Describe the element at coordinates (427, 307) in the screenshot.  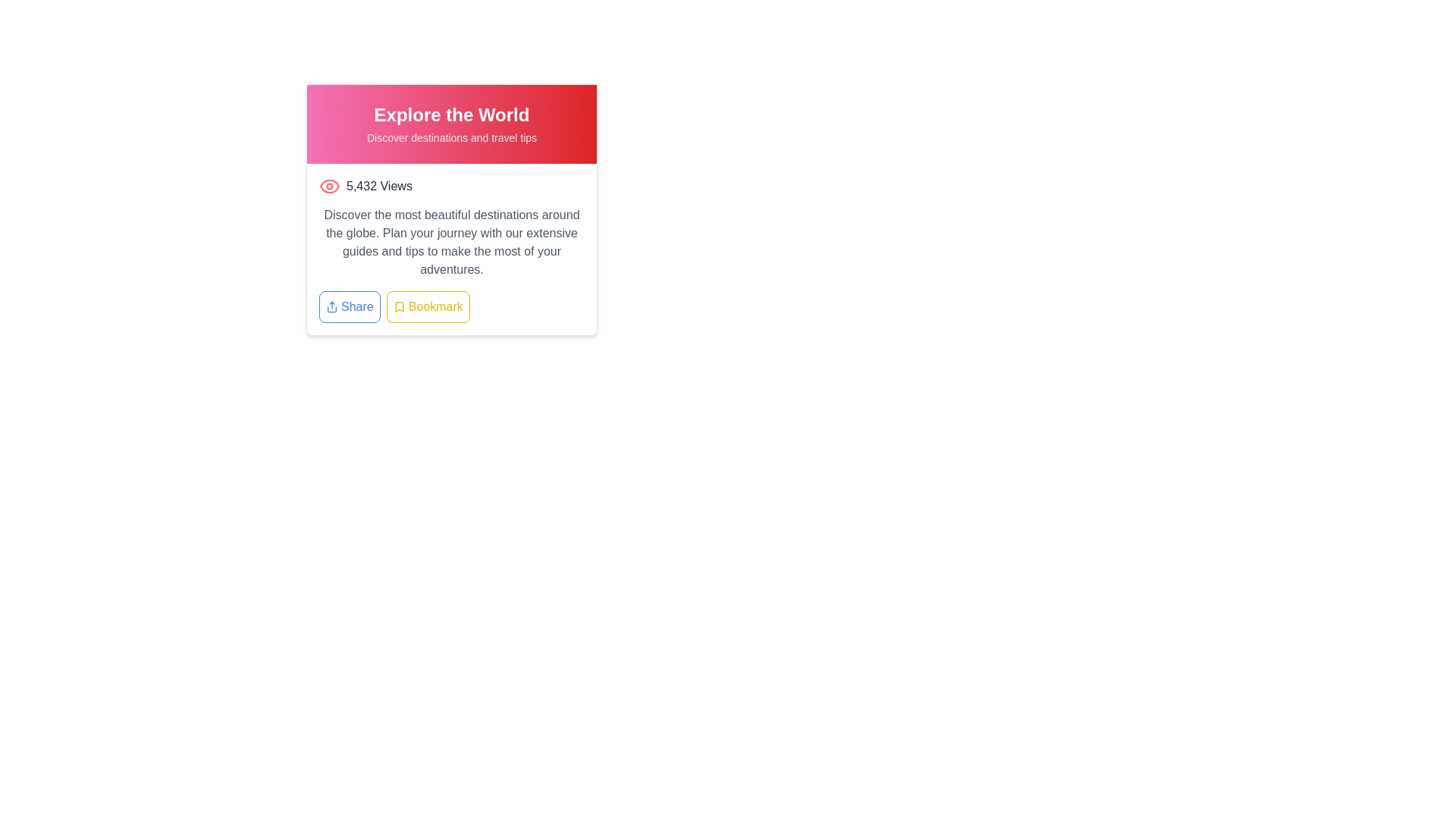
I see `the rectangular 'Bookmark' button with a yellow bookmark icon and text to trigger the visual hover effect` at that location.